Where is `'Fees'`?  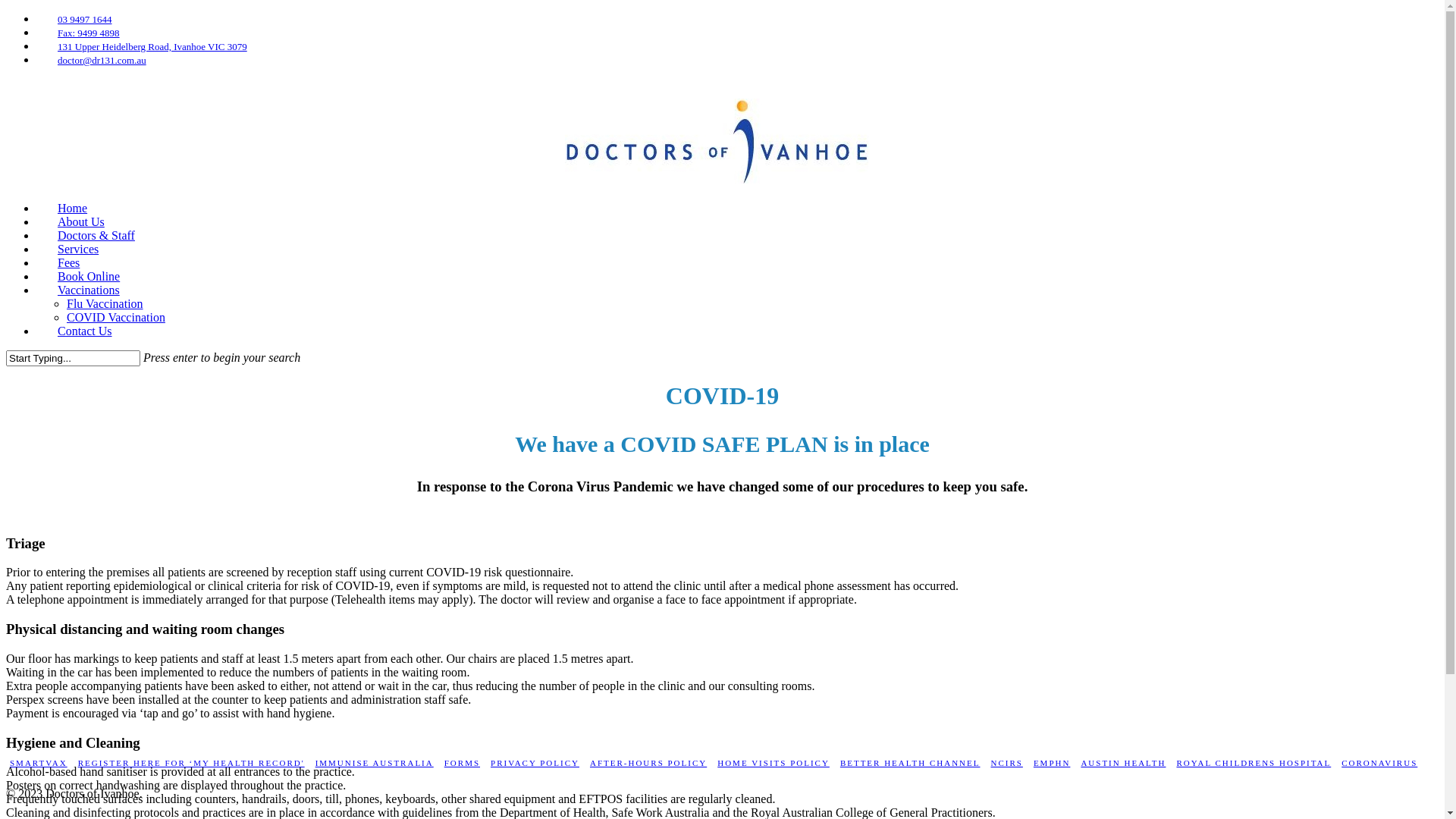 'Fees' is located at coordinates (67, 262).